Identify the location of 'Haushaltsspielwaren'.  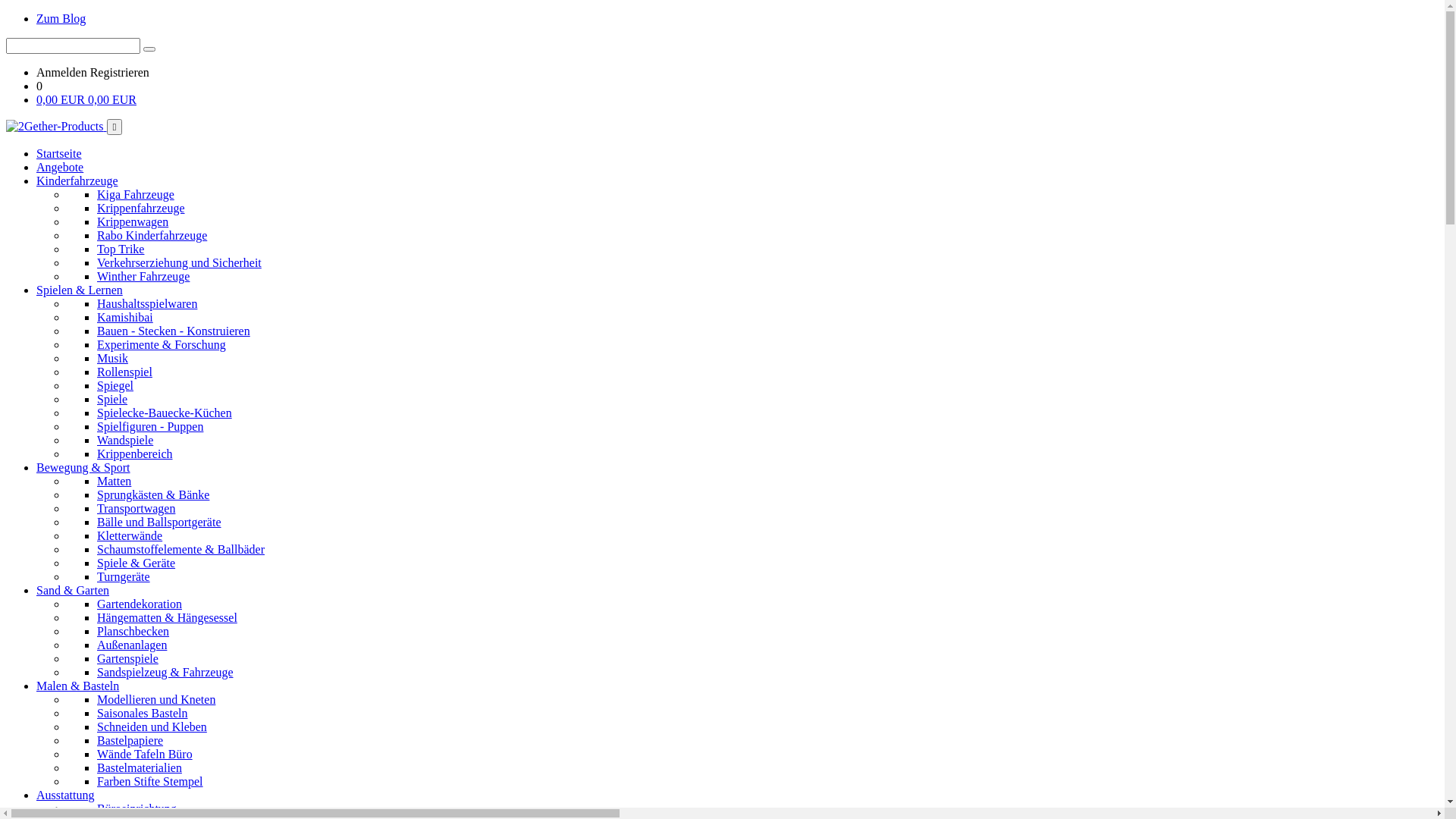
(146, 303).